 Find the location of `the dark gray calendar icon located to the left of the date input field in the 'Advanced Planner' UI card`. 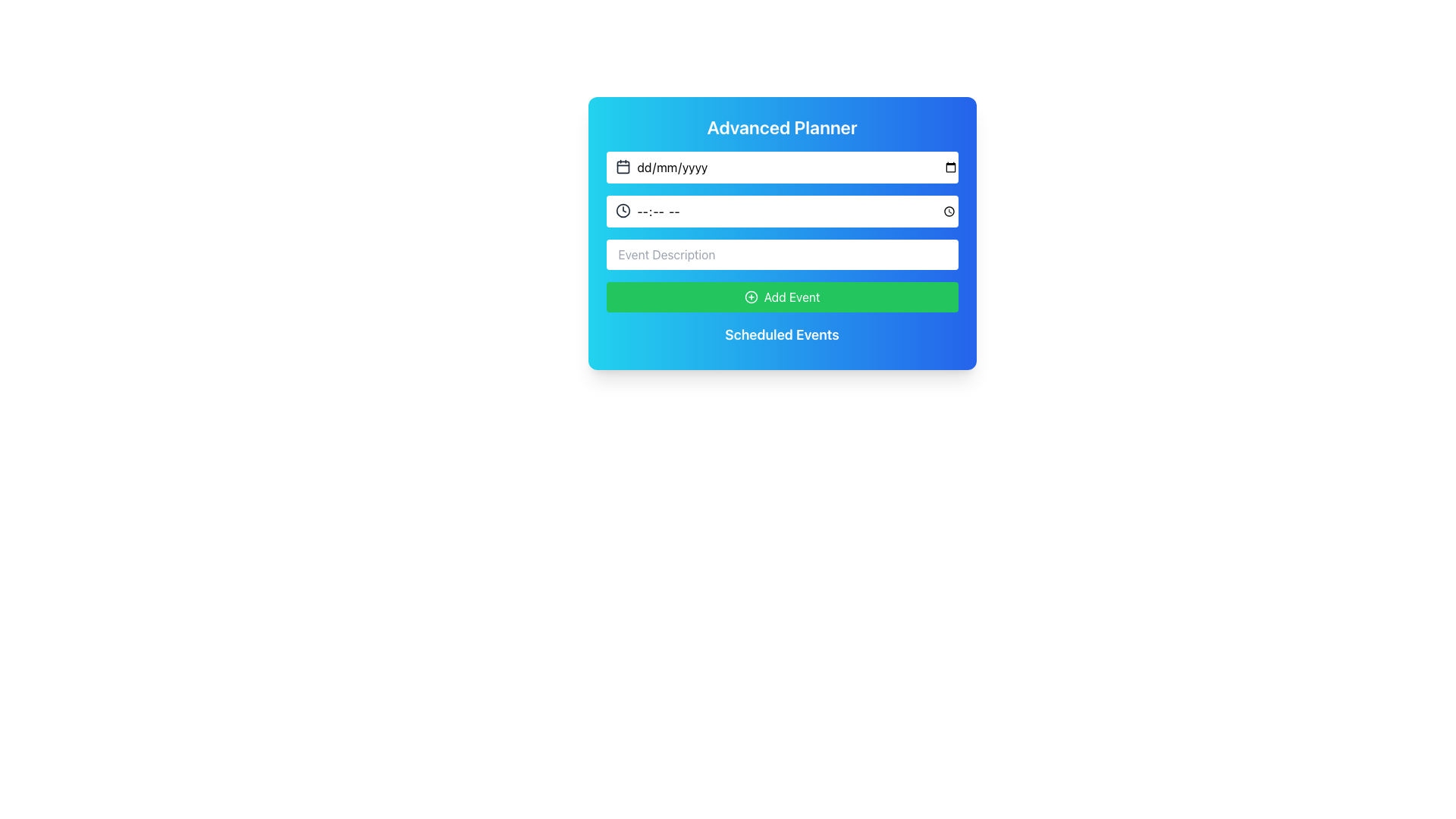

the dark gray calendar icon located to the left of the date input field in the 'Advanced Planner' UI card is located at coordinates (623, 166).